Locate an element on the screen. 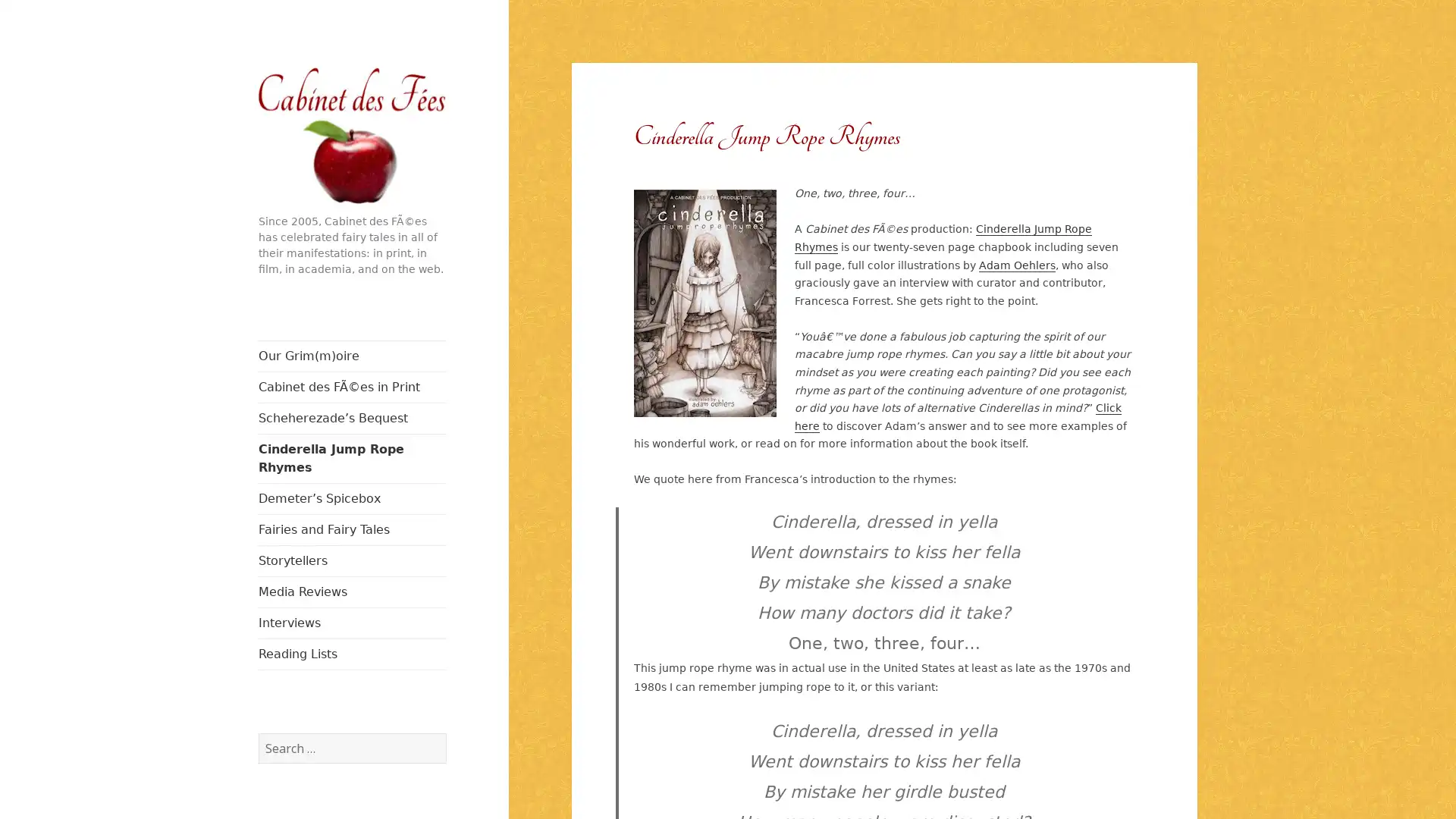 The image size is (1456, 819). Search is located at coordinates (444, 731).